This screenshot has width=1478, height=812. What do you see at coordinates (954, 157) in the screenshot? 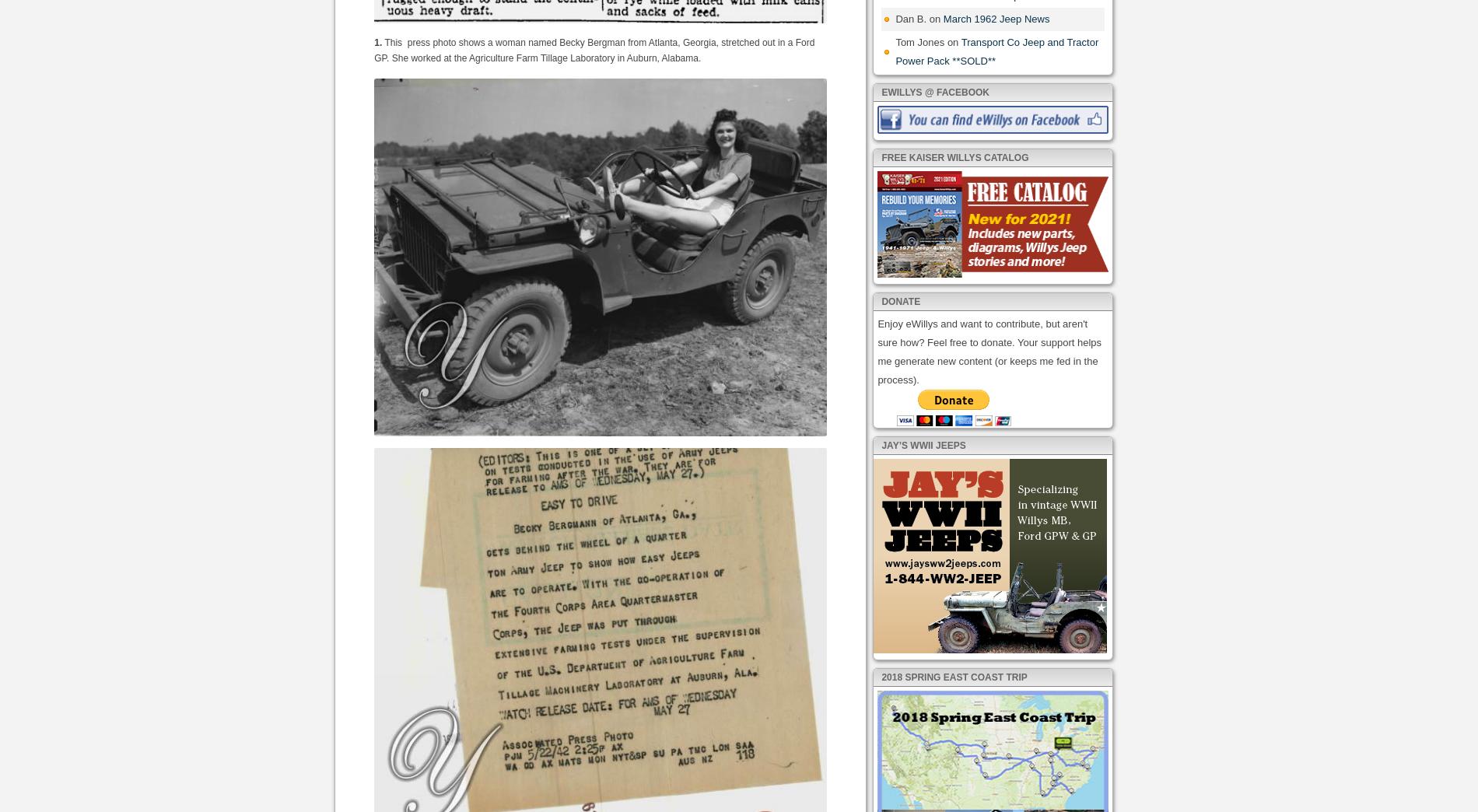
I see `'Free Kaiser Willys Catalog'` at bounding box center [954, 157].